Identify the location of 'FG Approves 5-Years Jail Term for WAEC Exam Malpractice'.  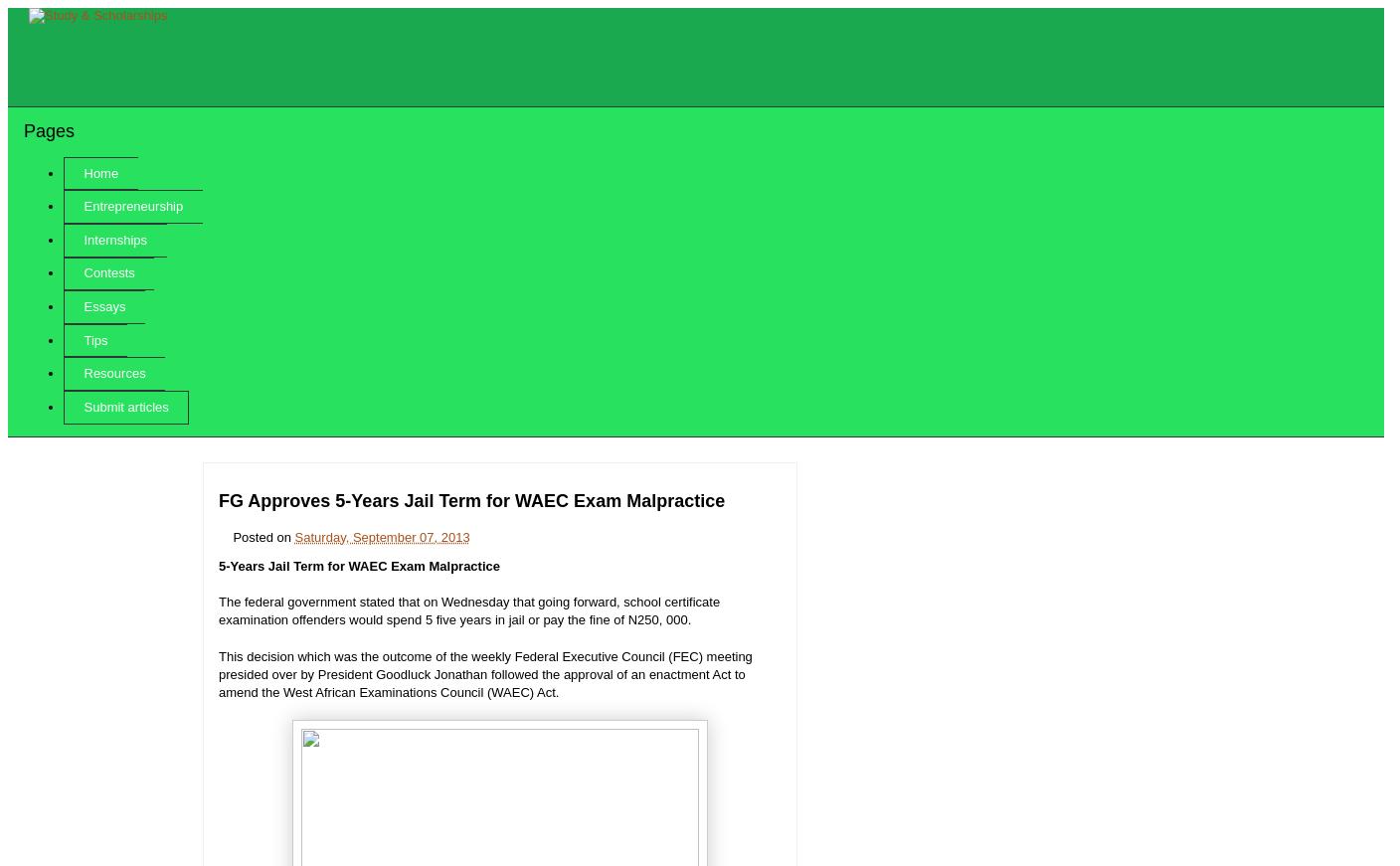
(471, 500).